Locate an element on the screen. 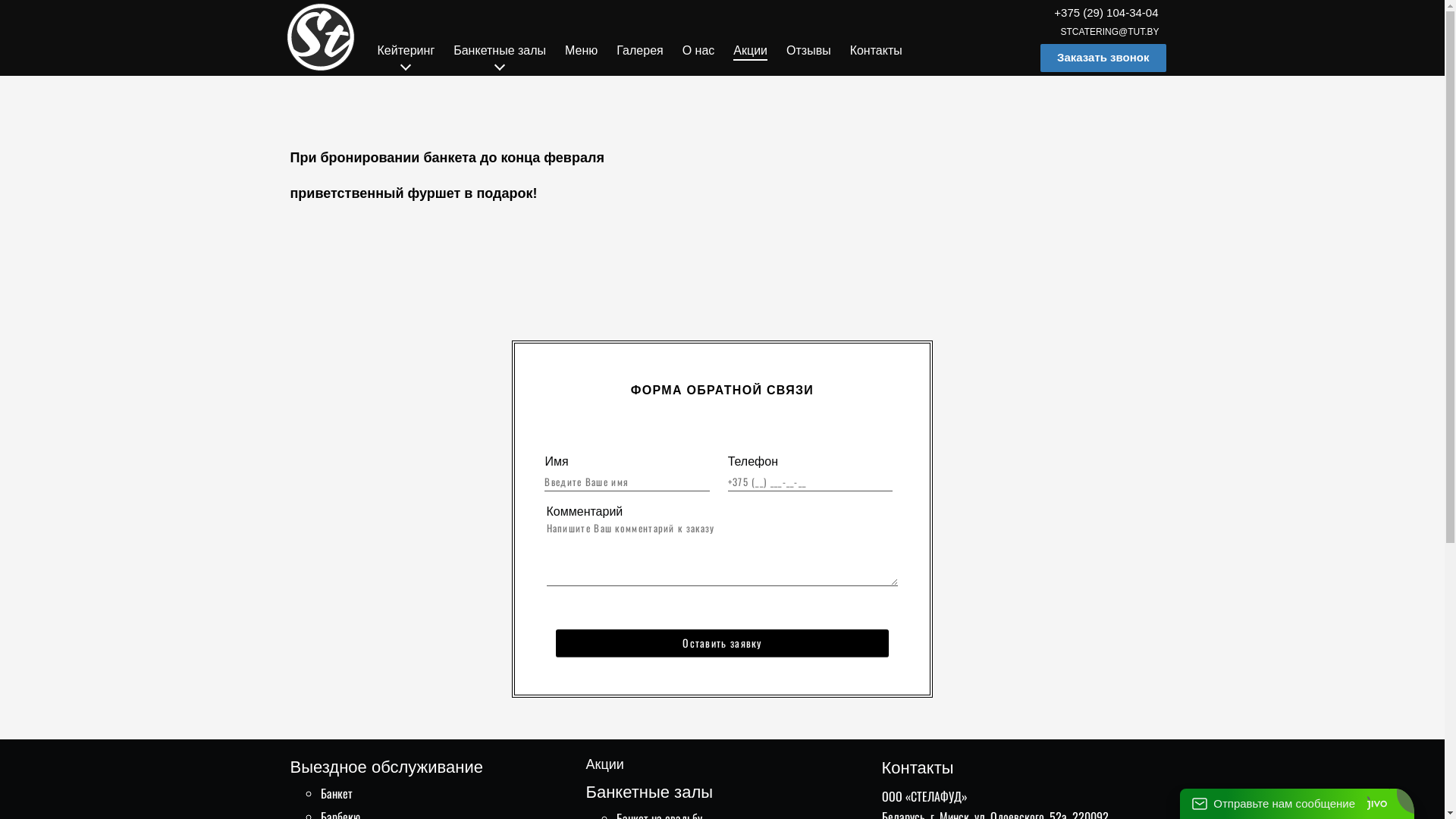 The width and height of the screenshot is (1456, 819). 'Stcatering.by - Catering Stolitsa' is located at coordinates (319, 36).